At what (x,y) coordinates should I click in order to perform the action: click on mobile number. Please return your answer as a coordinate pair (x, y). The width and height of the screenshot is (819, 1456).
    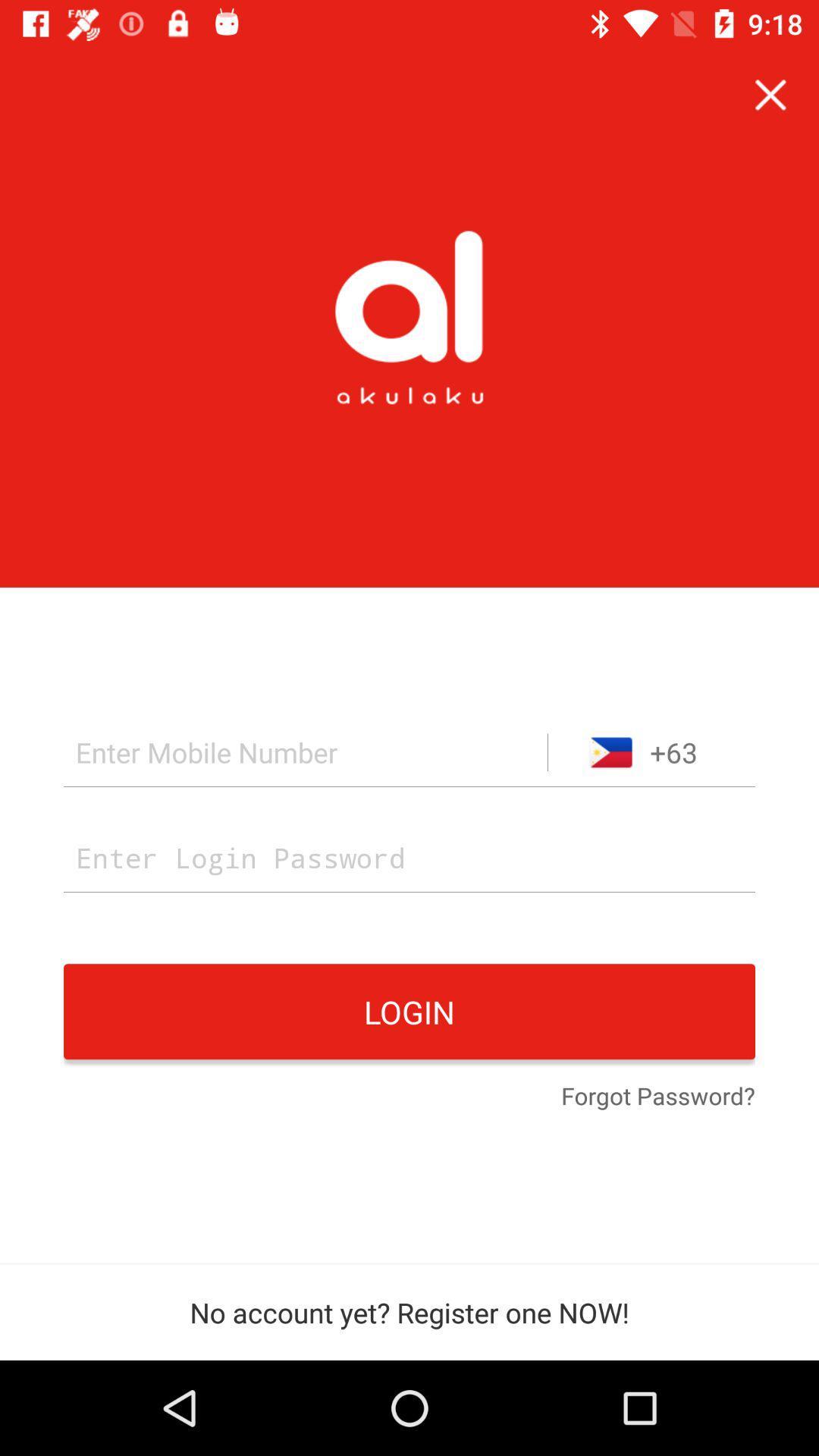
    Looking at the image, I should click on (306, 752).